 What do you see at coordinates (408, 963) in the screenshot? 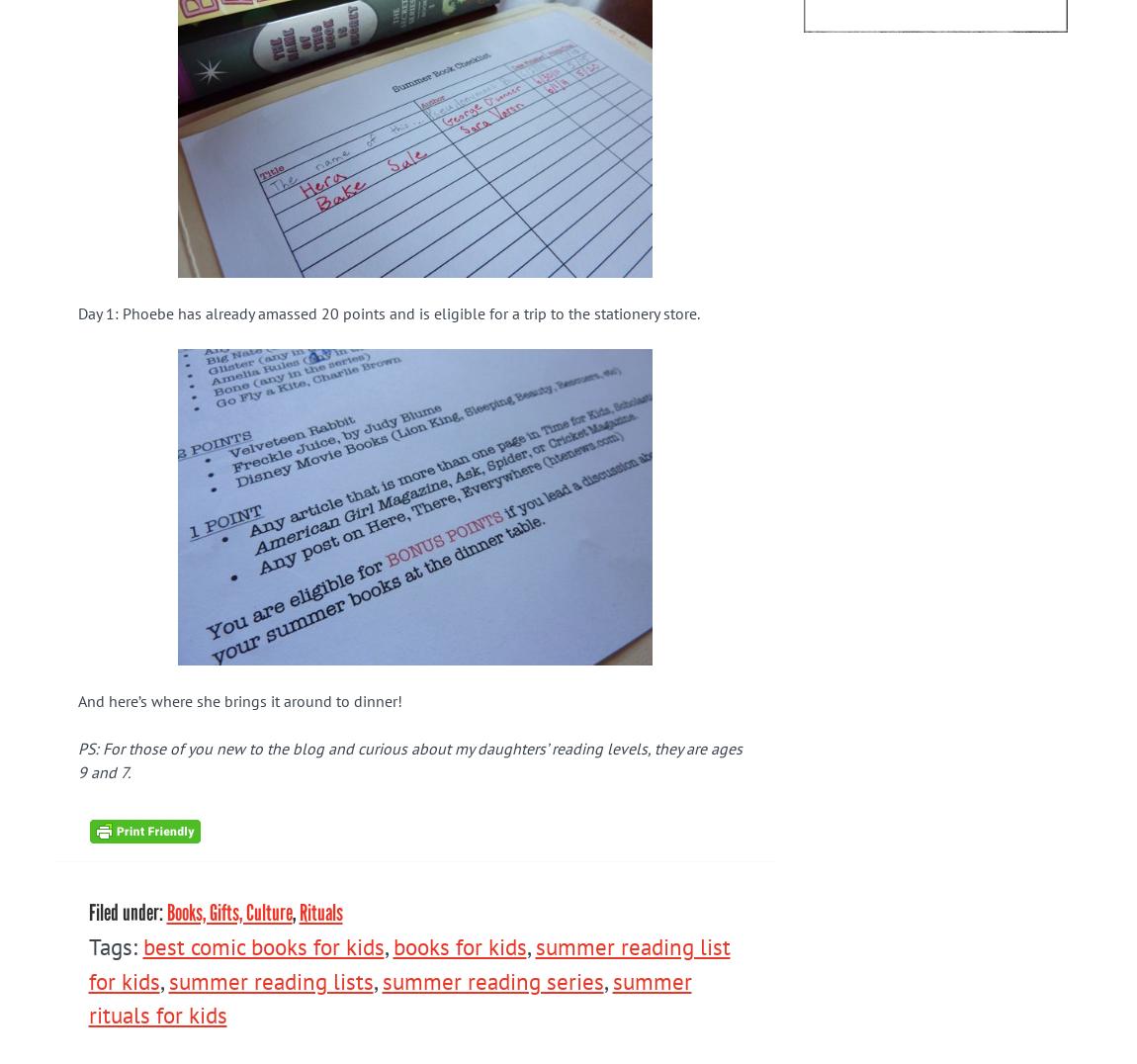
I see `'summer reading list for kids'` at bounding box center [408, 963].